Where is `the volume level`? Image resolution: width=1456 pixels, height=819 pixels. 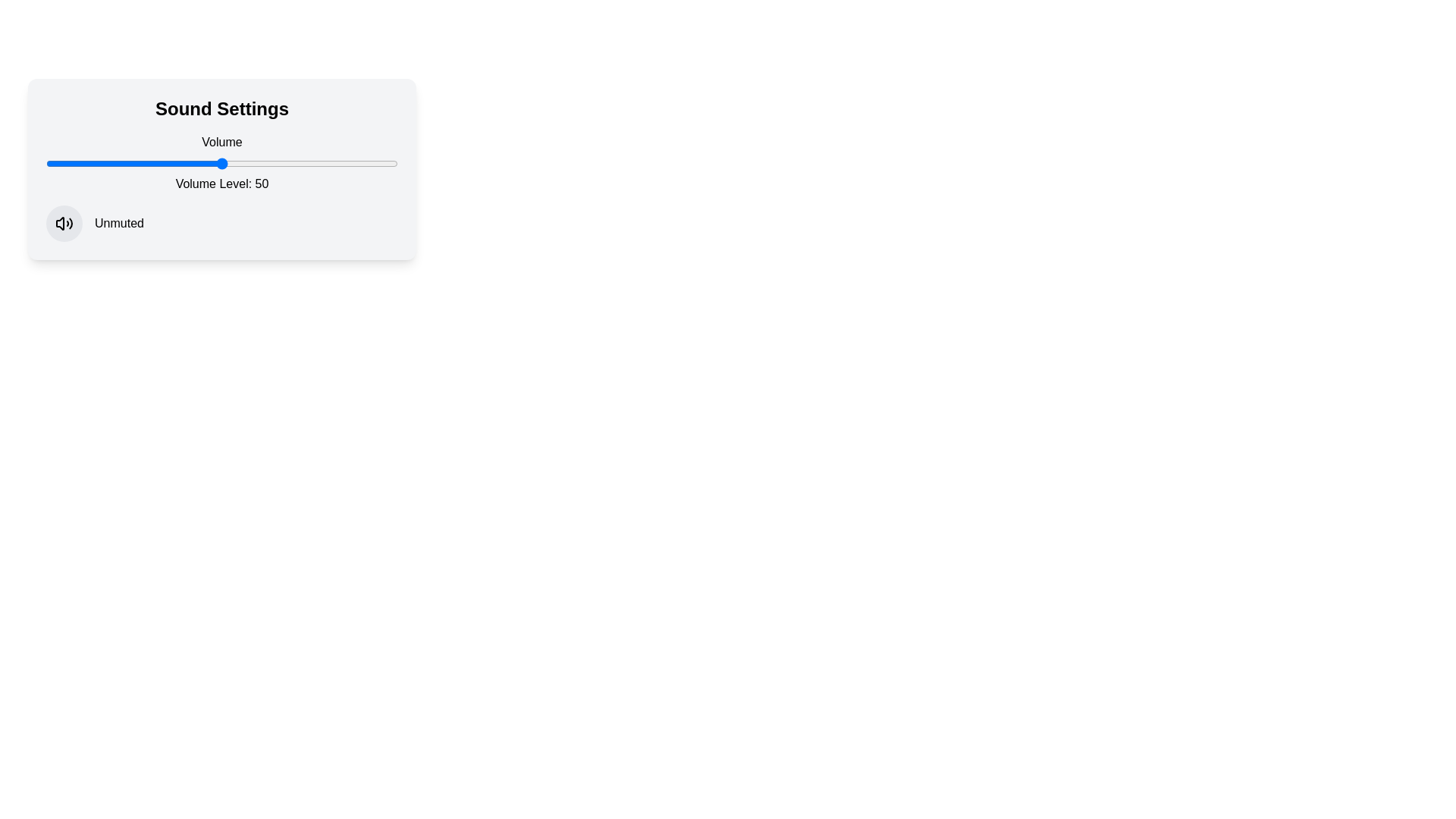 the volume level is located at coordinates (203, 164).